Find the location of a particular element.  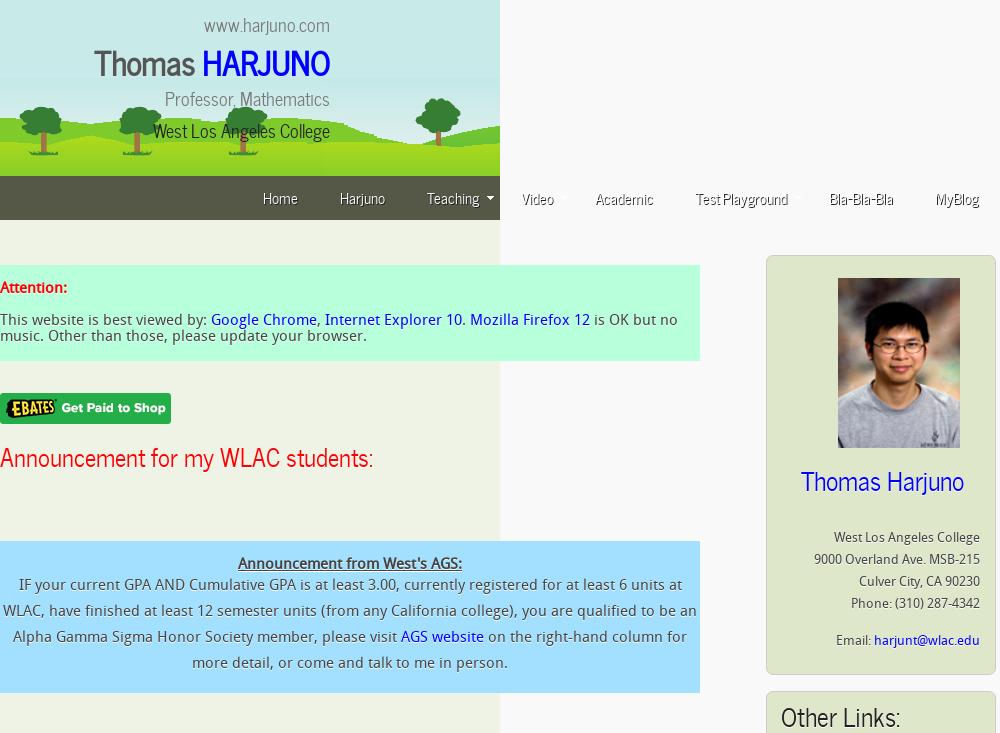

'Professor, Mathematics' is located at coordinates (246, 97).